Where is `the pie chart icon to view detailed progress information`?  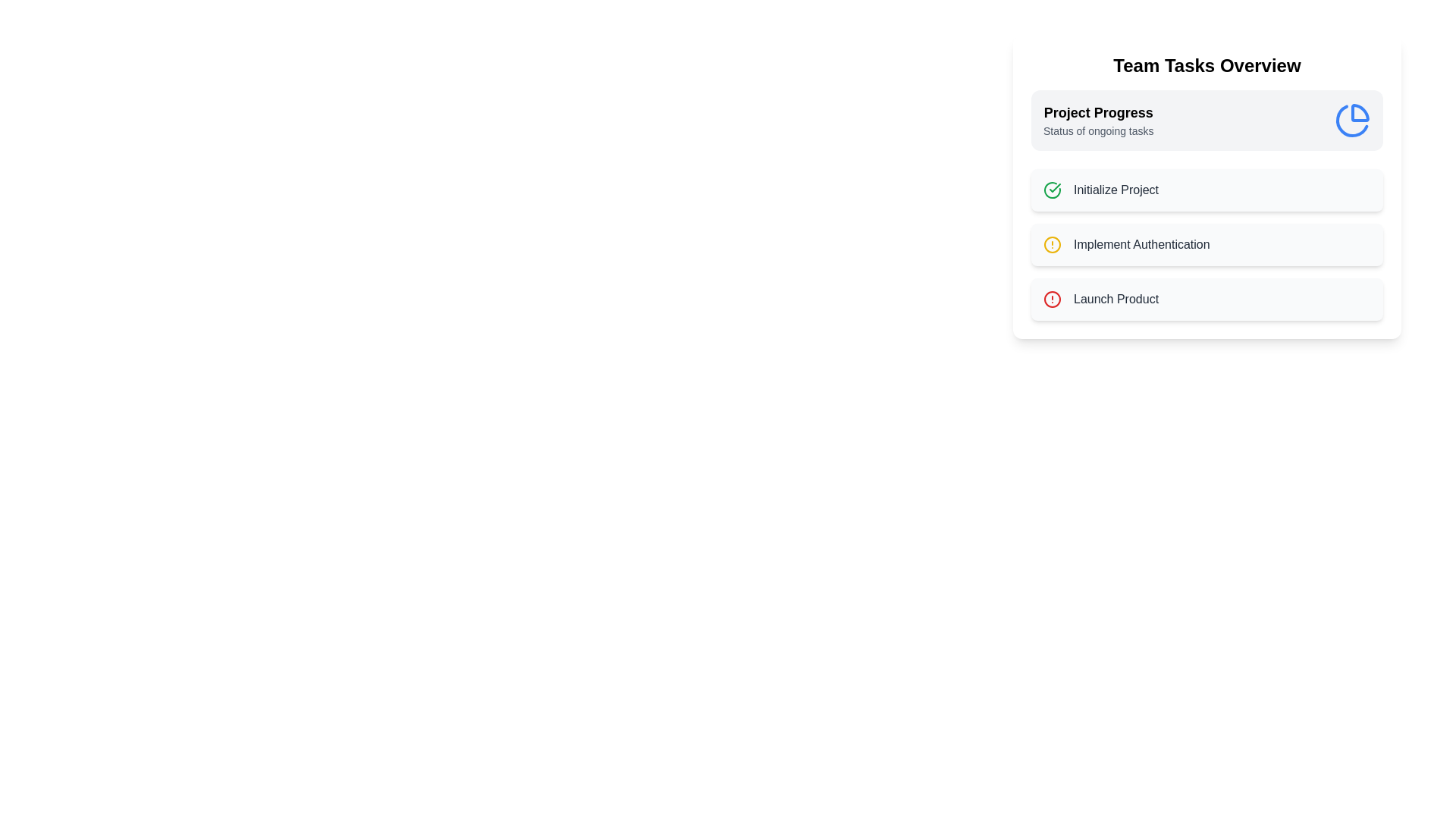
the pie chart icon to view detailed progress information is located at coordinates (1353, 119).